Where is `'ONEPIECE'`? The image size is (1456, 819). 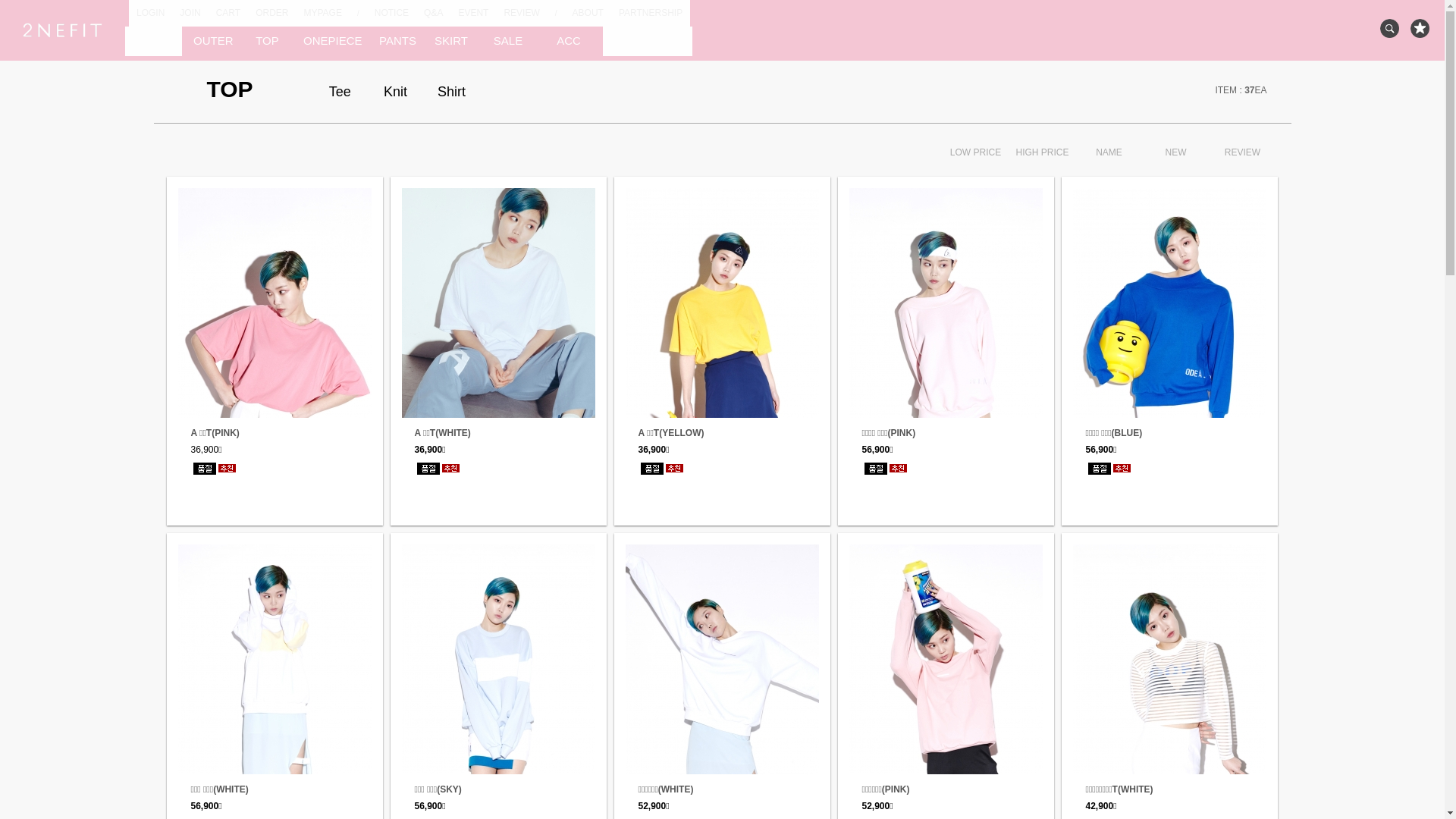 'ONEPIECE' is located at coordinates (329, 39).